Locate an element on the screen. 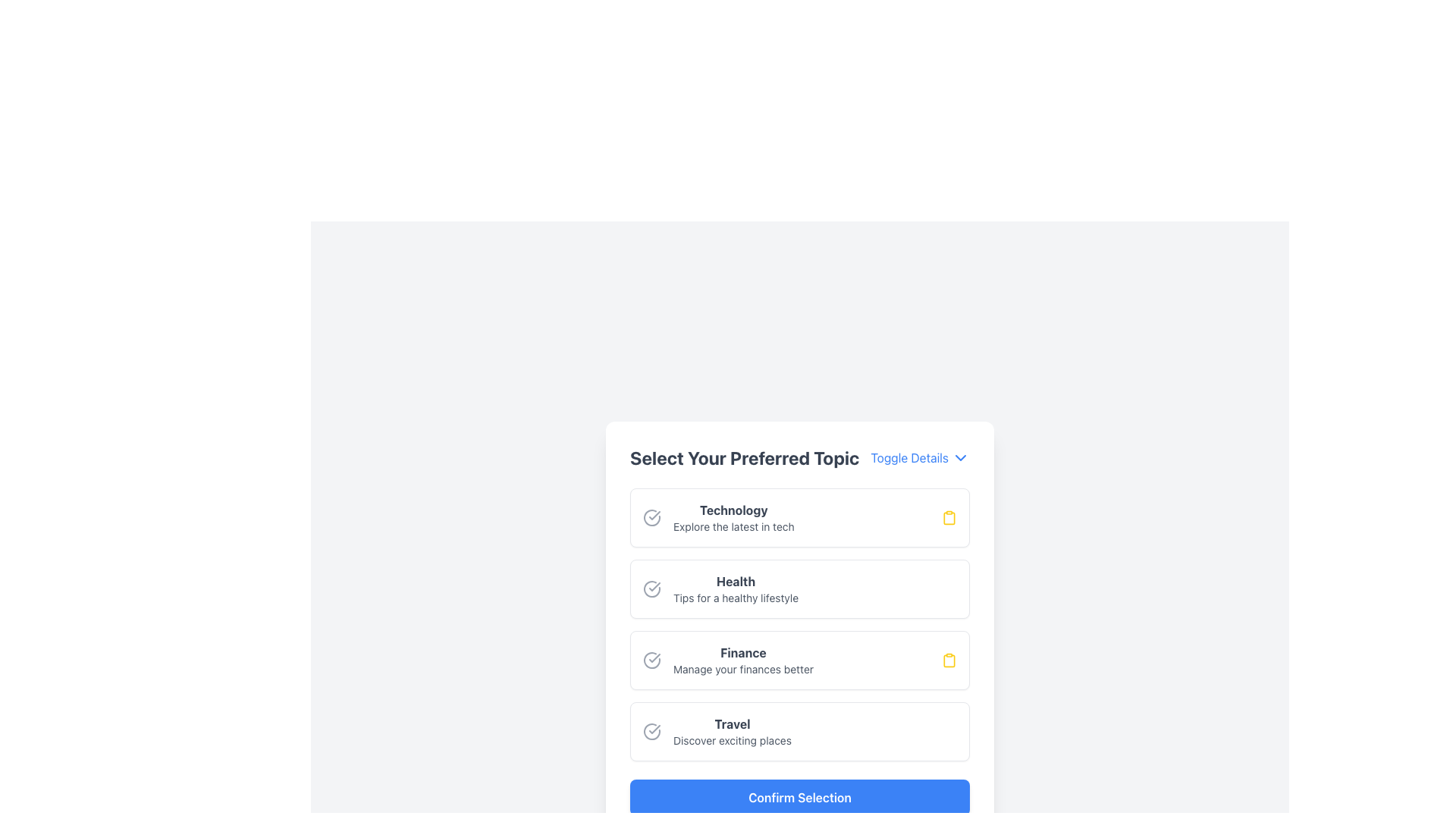 This screenshot has height=819, width=1456. the selectable option labeled 'Health' with the subtitle 'Tips for a healthy lifestyle' is located at coordinates (736, 588).